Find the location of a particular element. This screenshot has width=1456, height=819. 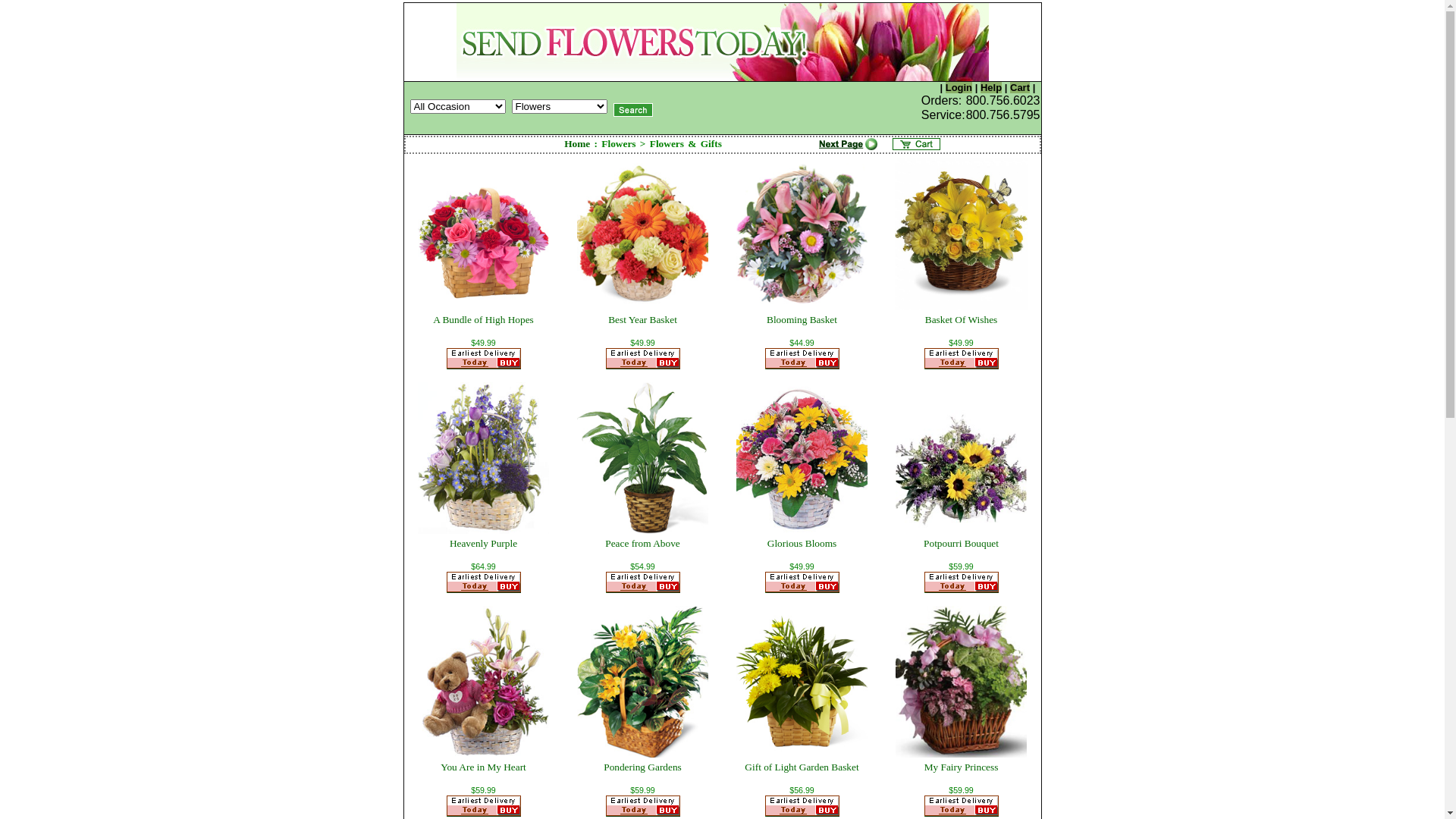

'Pondering Gardens' is located at coordinates (642, 767).